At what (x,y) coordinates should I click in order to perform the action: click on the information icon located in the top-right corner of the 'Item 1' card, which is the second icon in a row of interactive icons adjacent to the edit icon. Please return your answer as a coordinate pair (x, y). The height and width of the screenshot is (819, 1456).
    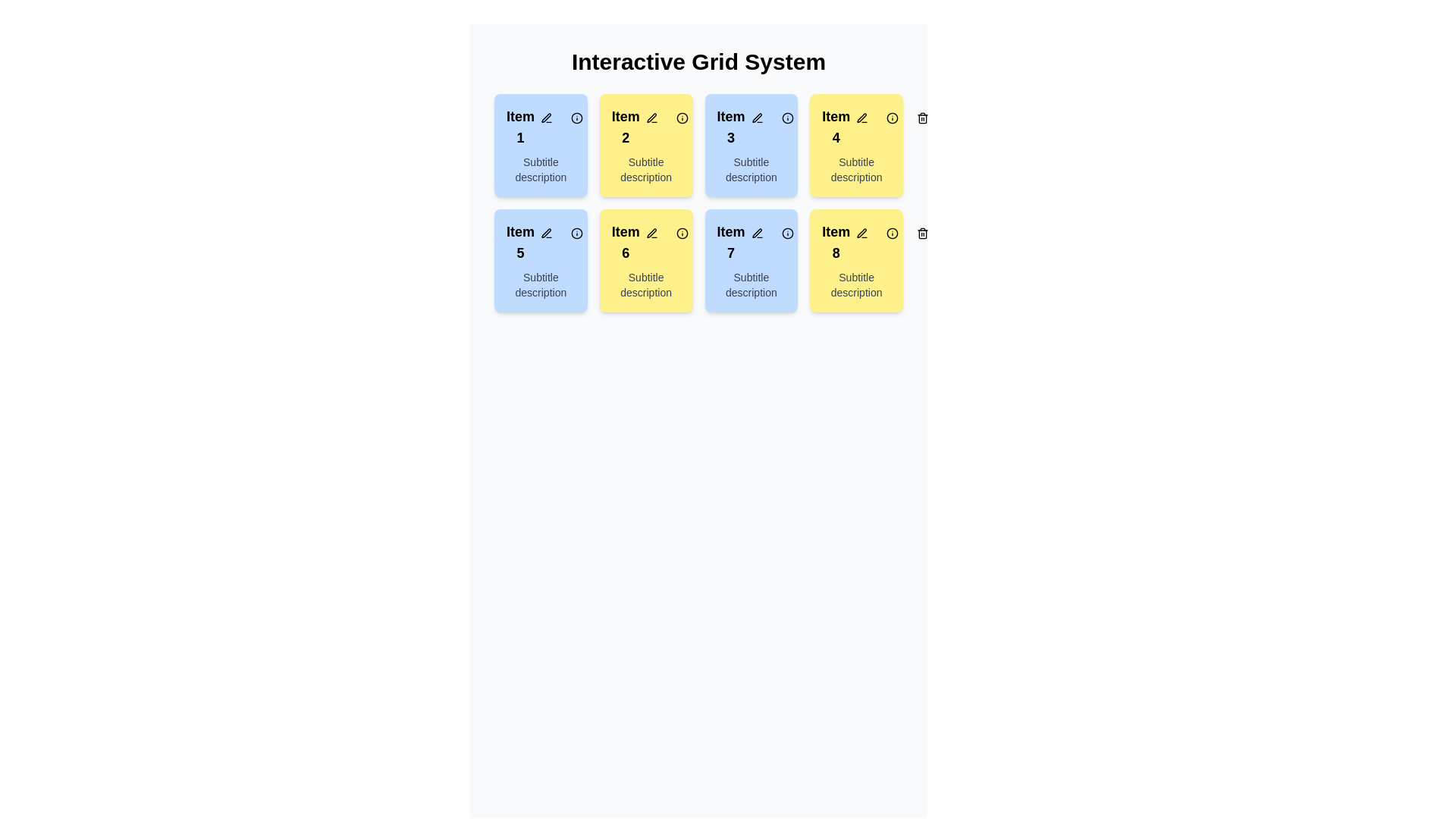
    Looking at the image, I should click on (576, 117).